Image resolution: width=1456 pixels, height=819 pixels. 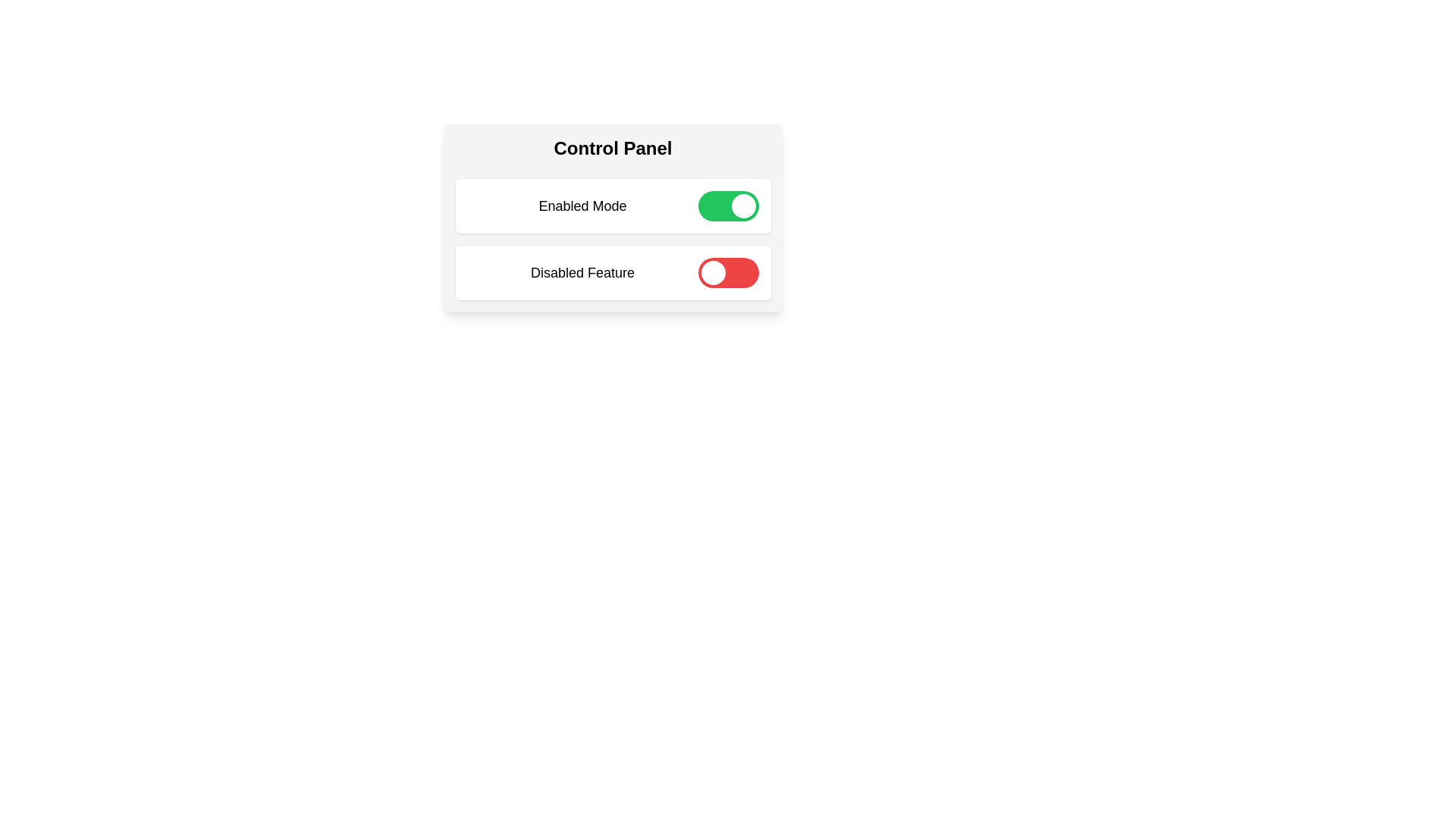 I want to click on the label Disabled Feature to focus or select it, so click(x=582, y=271).